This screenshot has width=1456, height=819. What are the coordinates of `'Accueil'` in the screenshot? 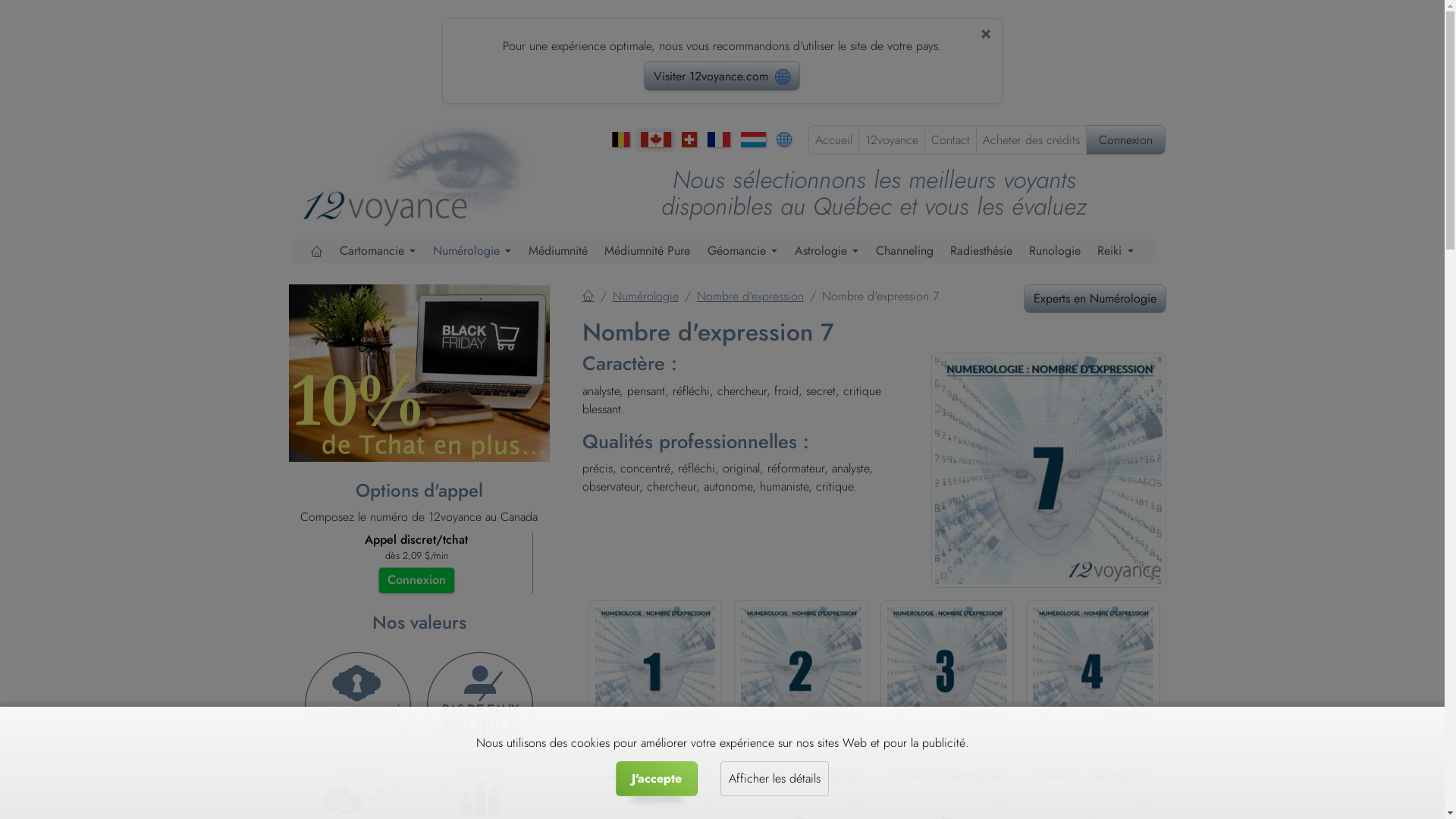 It's located at (588, 296).